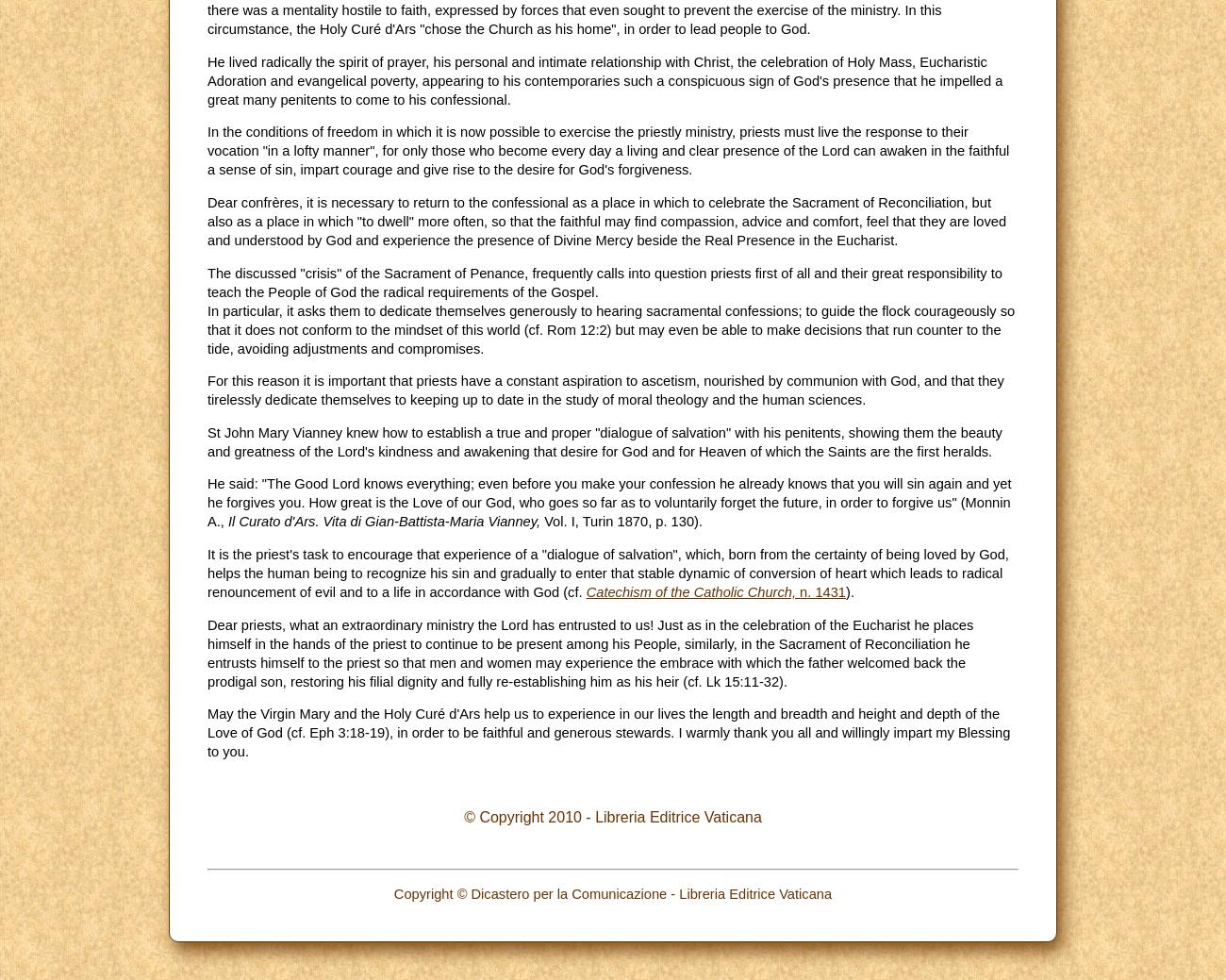  Describe the element at coordinates (821, 591) in the screenshot. I see `'n. 1431'` at that location.